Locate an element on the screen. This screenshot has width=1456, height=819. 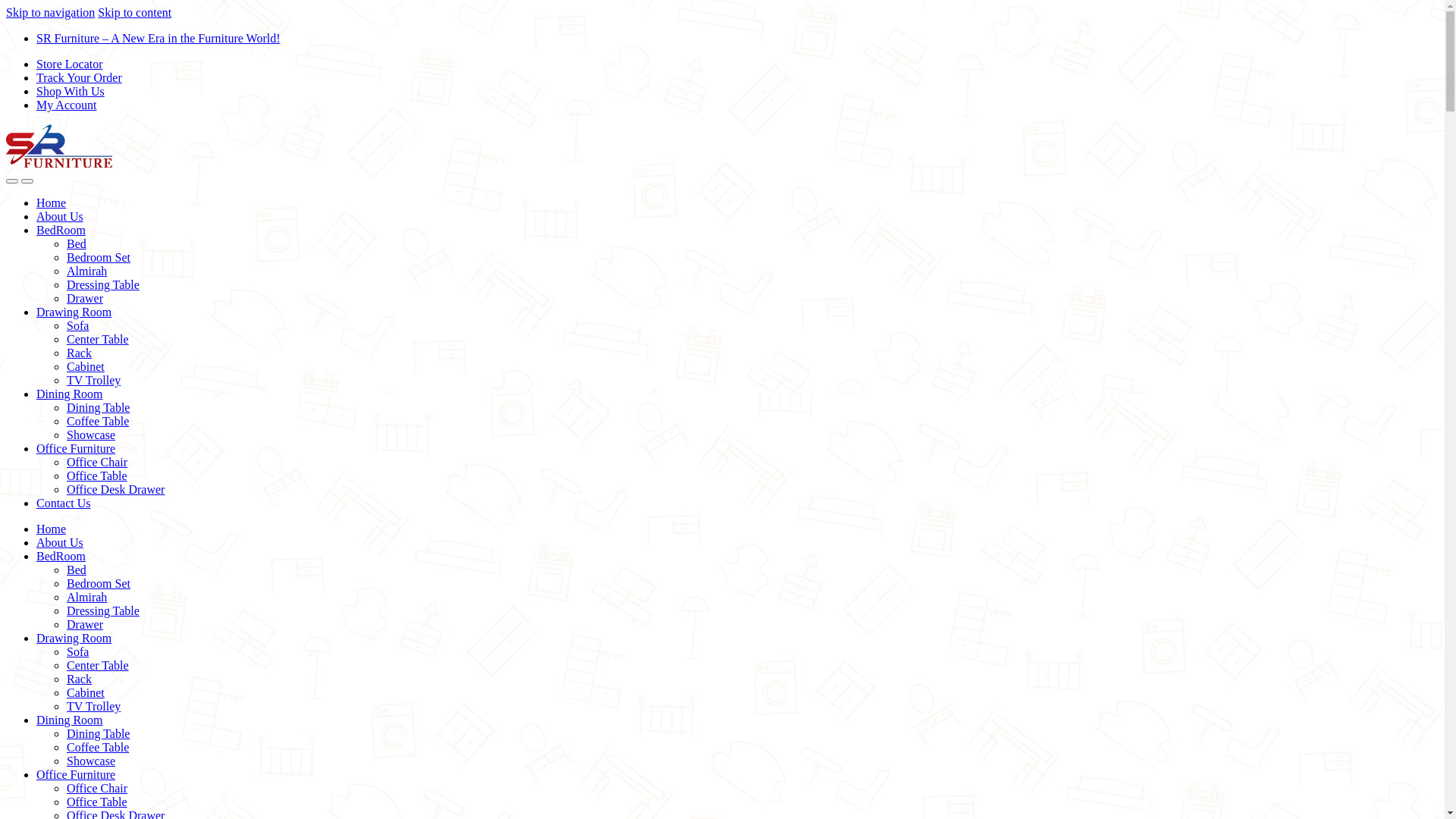
'Dining Room' is located at coordinates (68, 393).